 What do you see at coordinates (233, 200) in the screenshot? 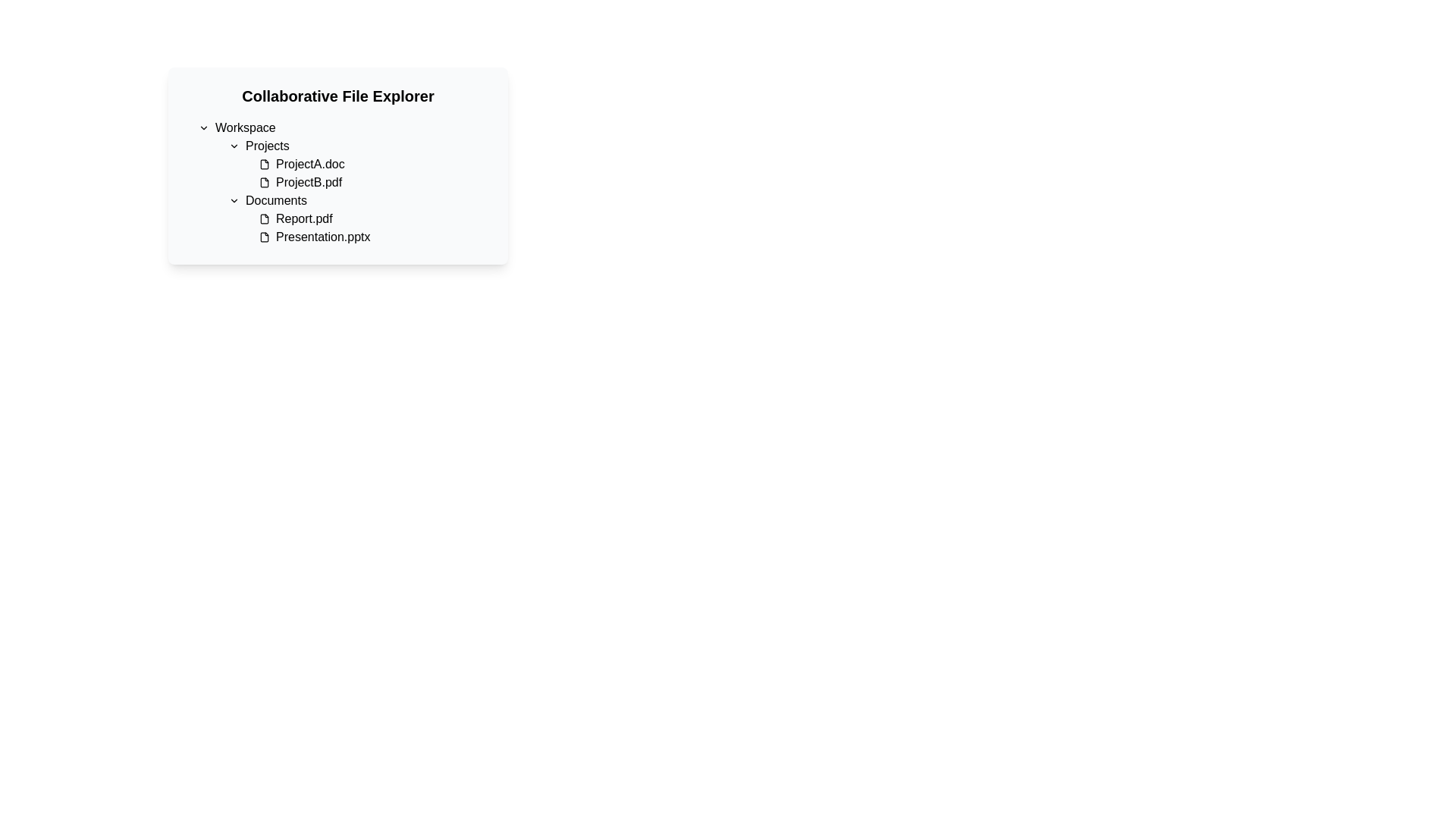
I see `the toggle icon for expanding or collapsing the content under the 'Documents' header` at bounding box center [233, 200].